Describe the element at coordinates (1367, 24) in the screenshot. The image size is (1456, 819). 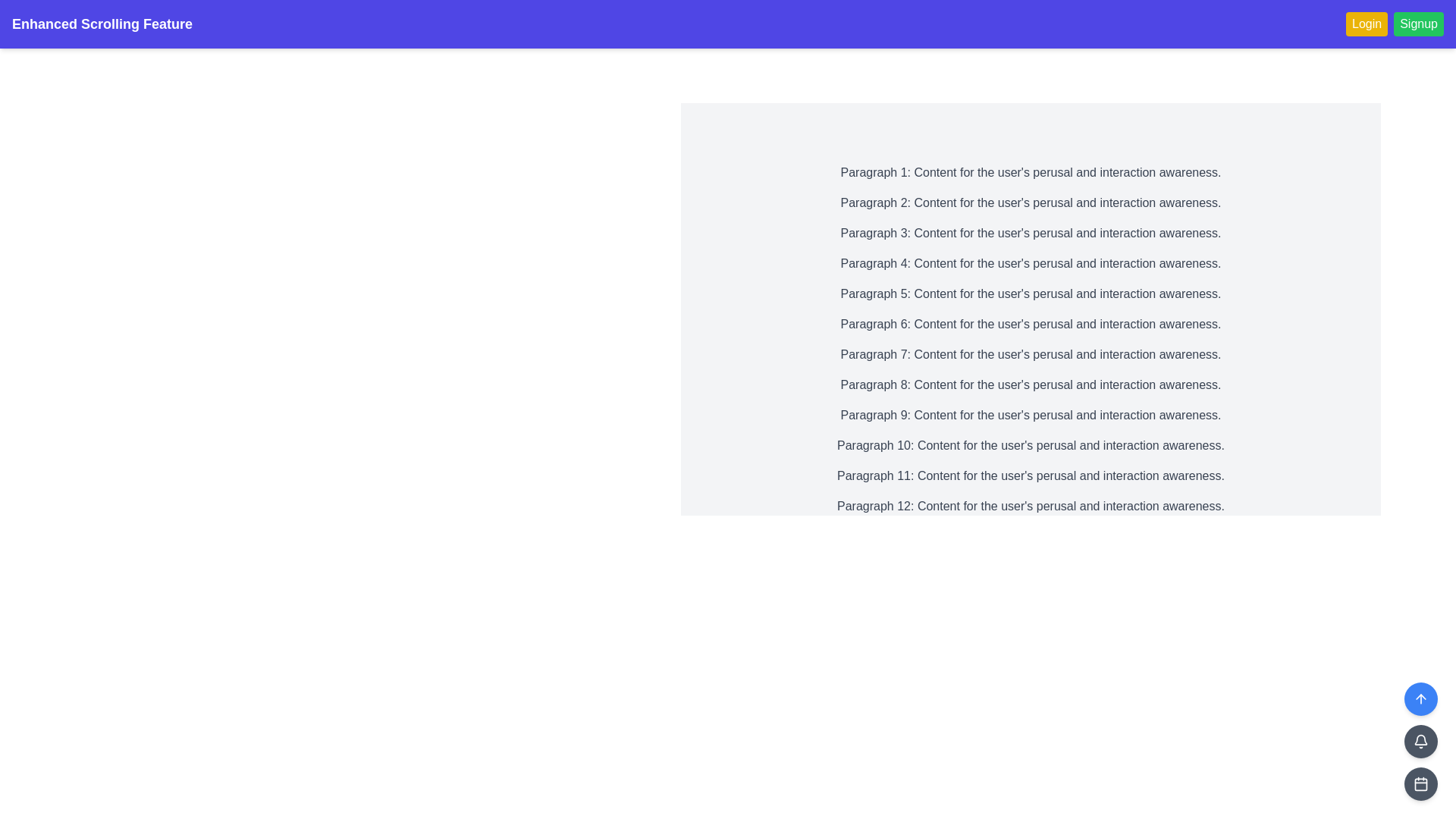
I see `the first button in the top-right corner of the interface` at that location.